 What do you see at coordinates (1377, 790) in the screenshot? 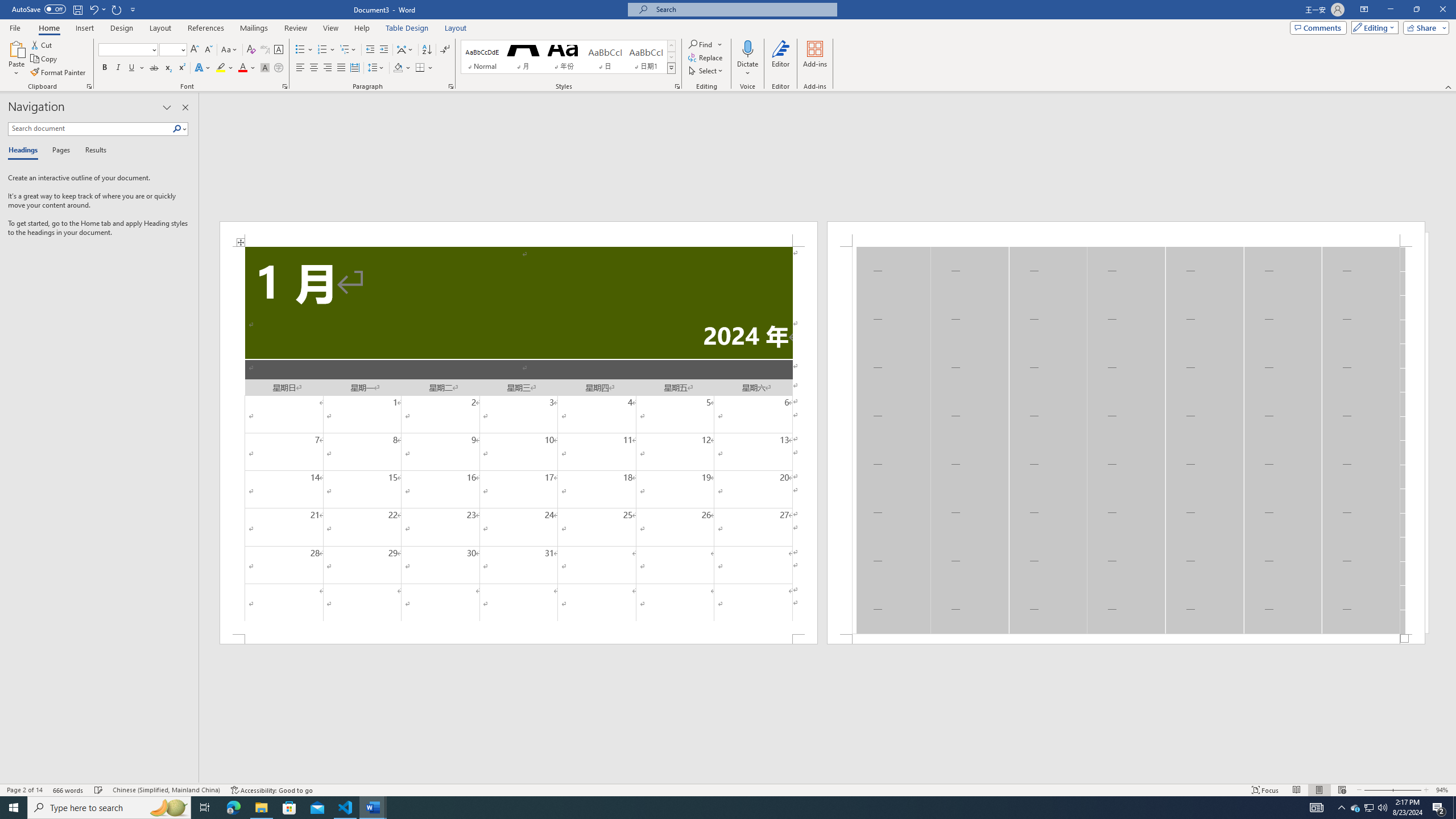
I see `'Zoom Out'` at bounding box center [1377, 790].